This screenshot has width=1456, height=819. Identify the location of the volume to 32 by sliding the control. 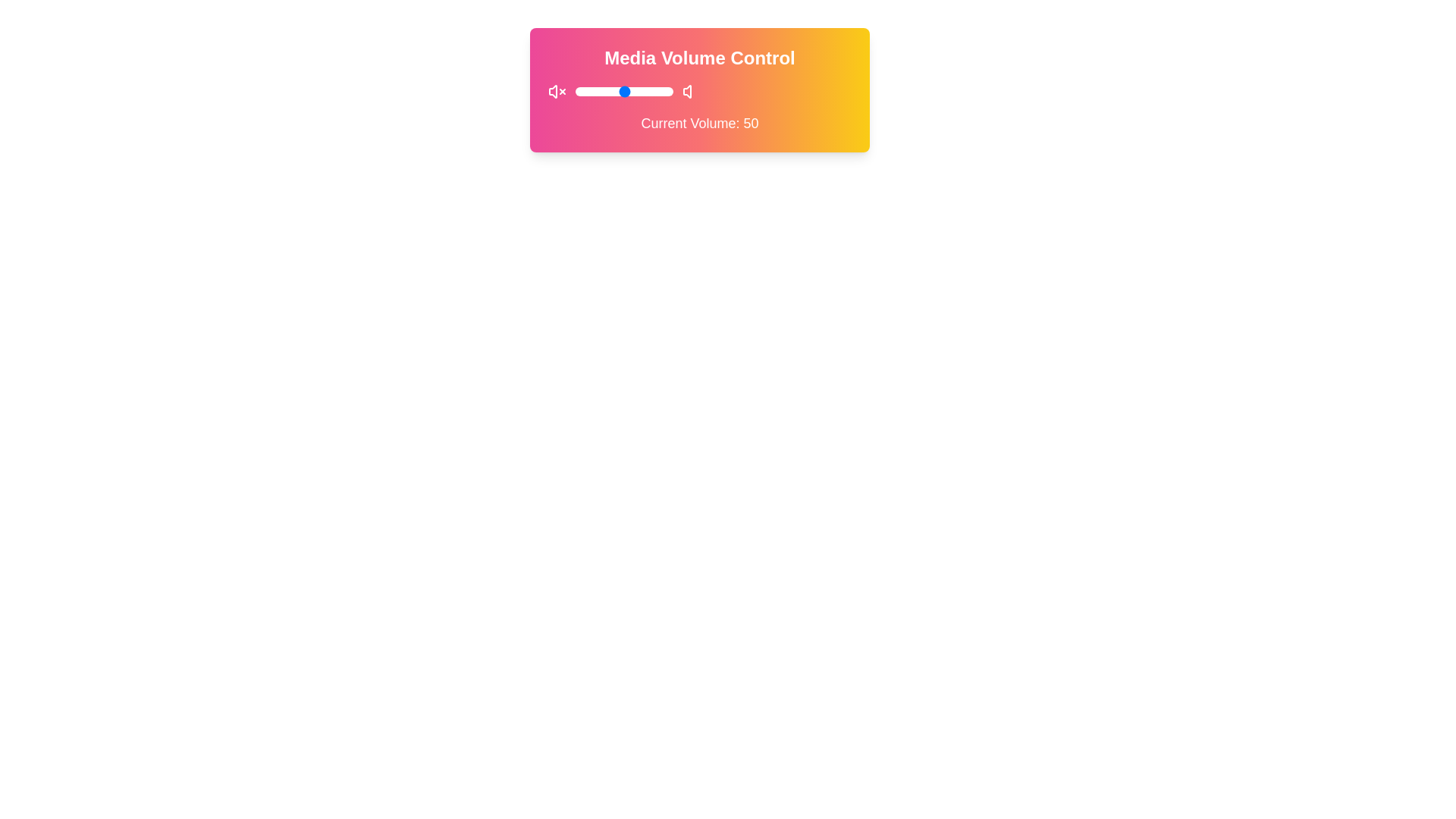
(607, 91).